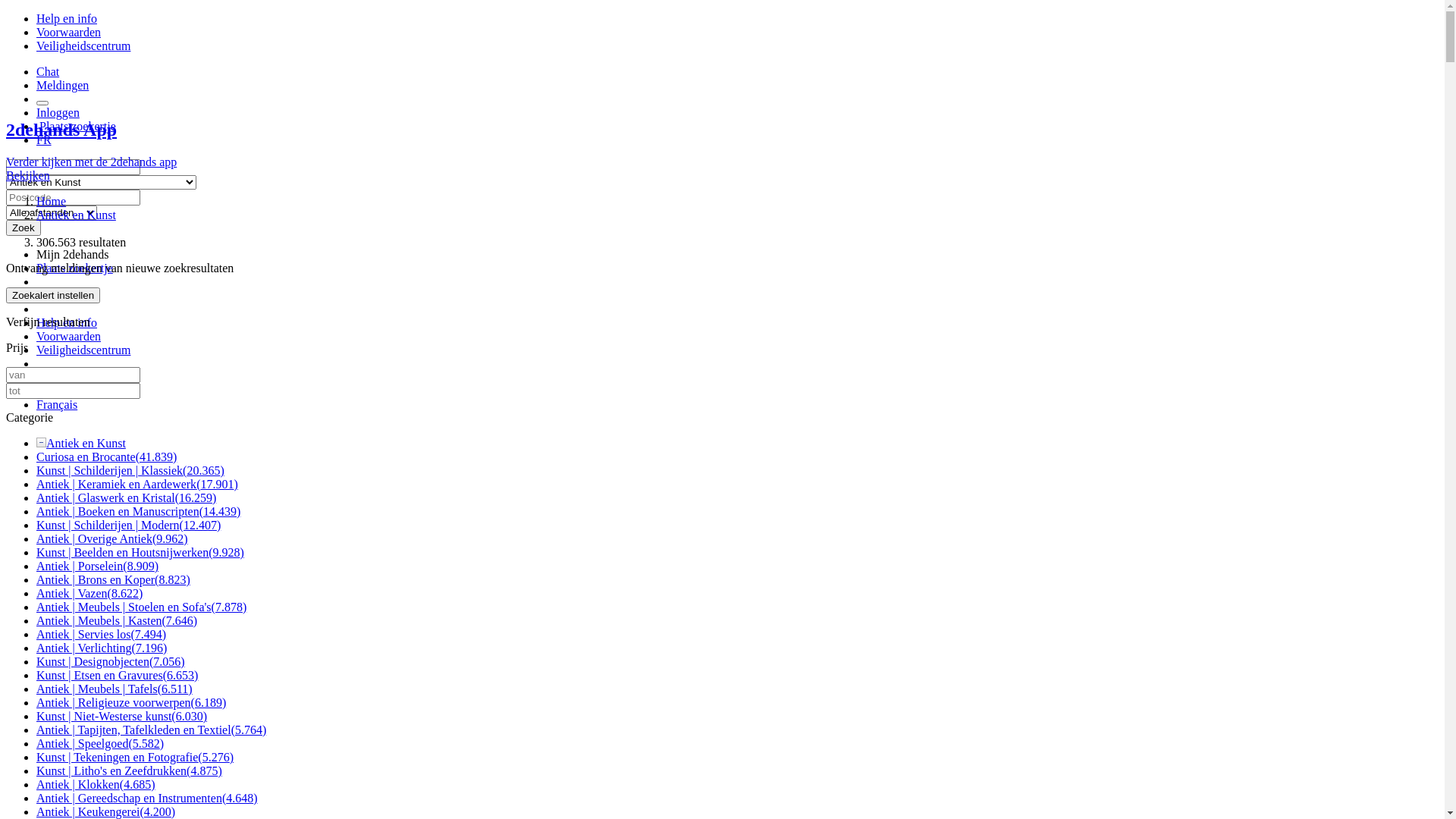  I want to click on 'Antiek | Boeken en Manuscripten(14.439)', so click(36, 511).